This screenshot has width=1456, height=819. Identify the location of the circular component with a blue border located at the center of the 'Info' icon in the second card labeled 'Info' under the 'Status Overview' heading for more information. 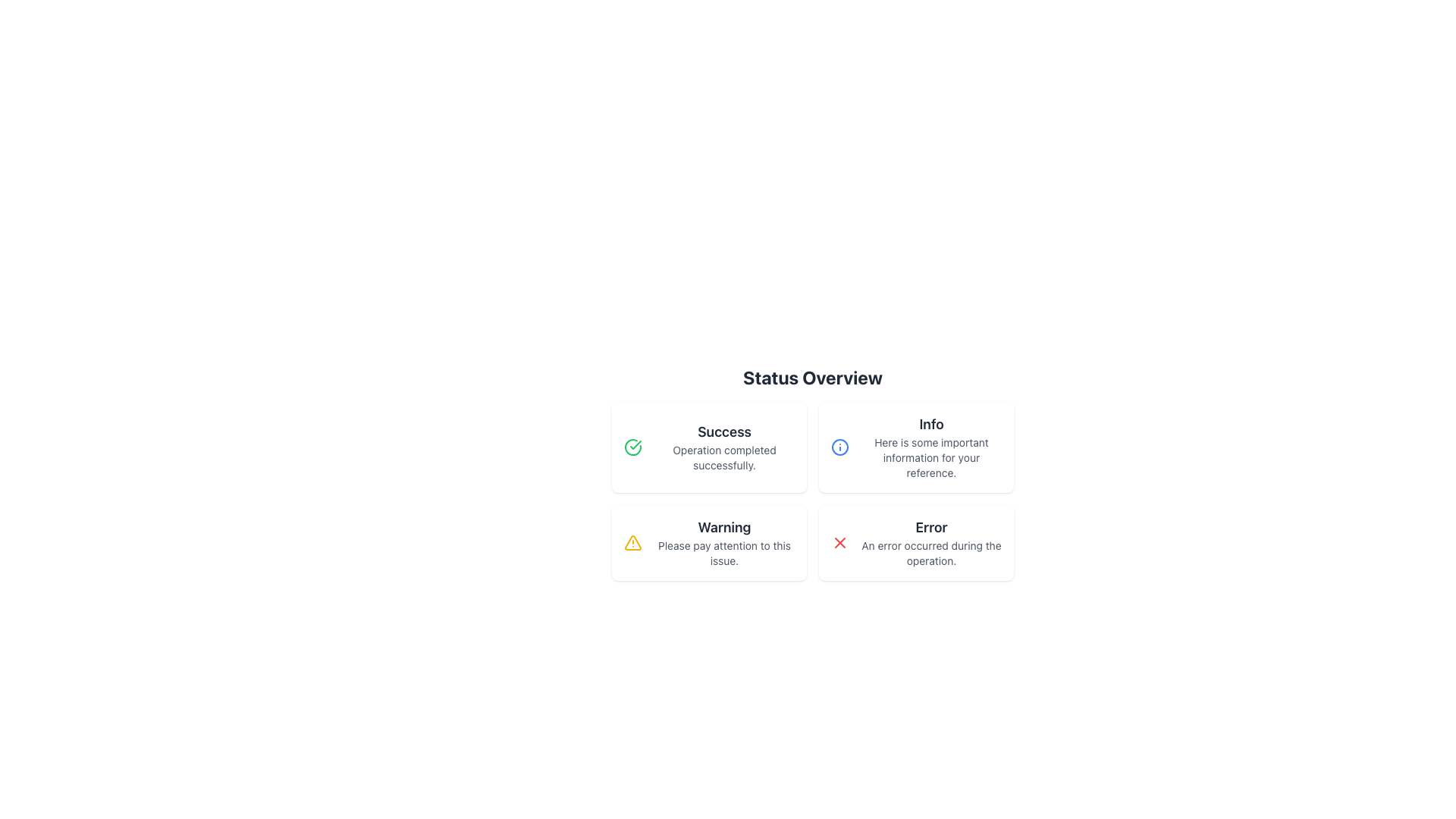
(839, 447).